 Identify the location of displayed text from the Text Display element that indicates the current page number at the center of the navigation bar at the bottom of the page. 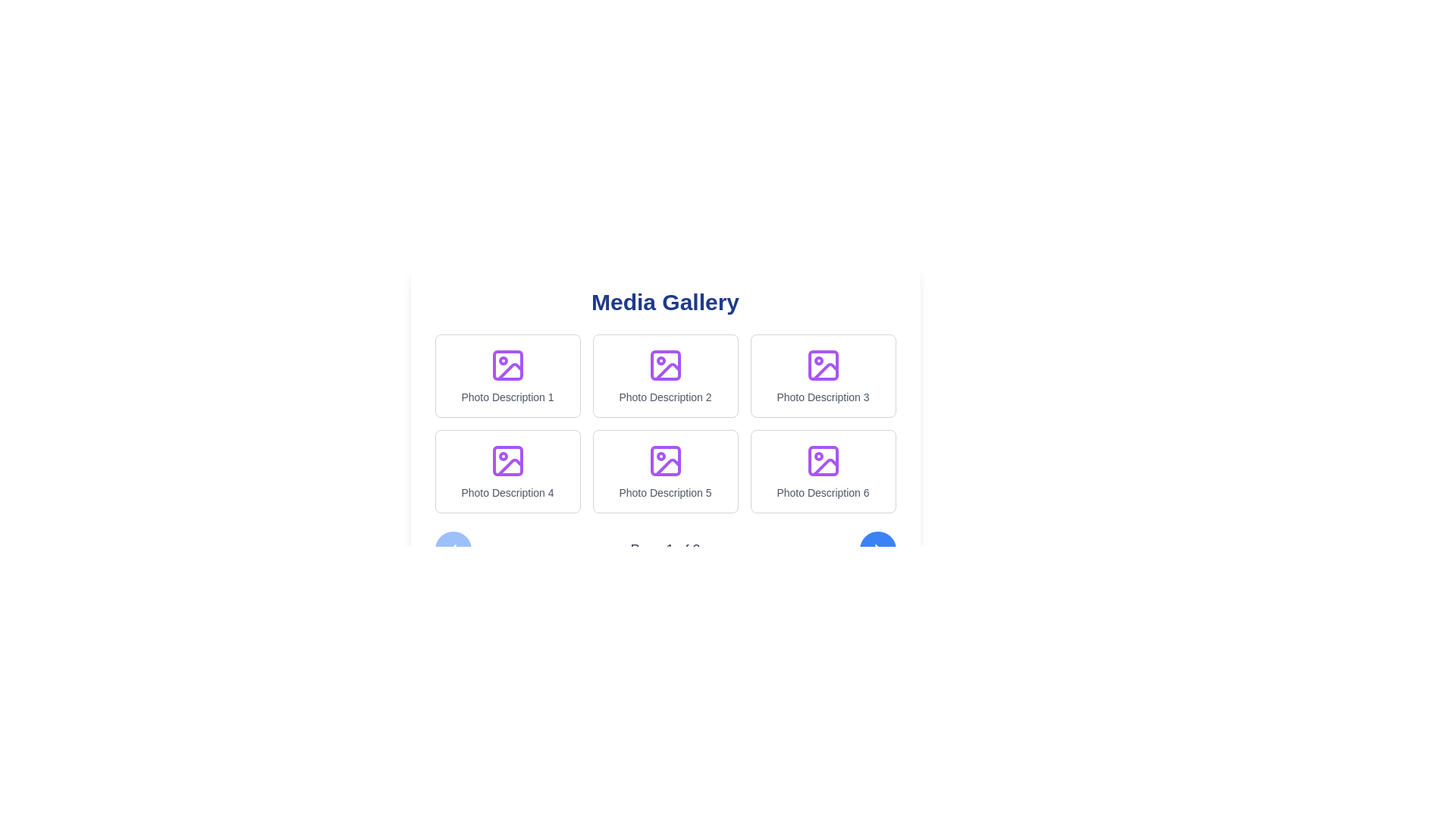
(665, 550).